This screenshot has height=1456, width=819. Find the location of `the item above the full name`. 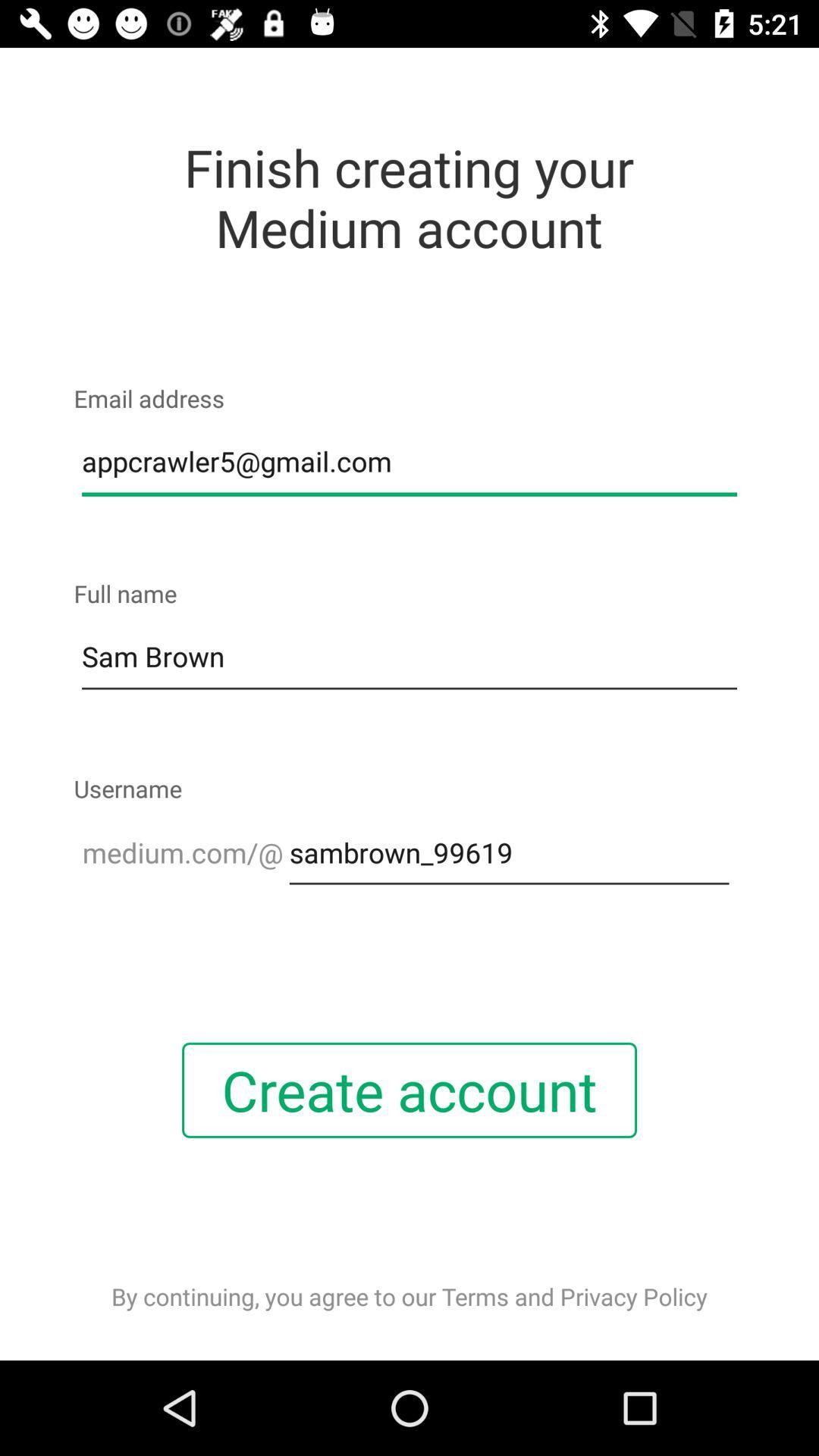

the item above the full name is located at coordinates (409, 461).